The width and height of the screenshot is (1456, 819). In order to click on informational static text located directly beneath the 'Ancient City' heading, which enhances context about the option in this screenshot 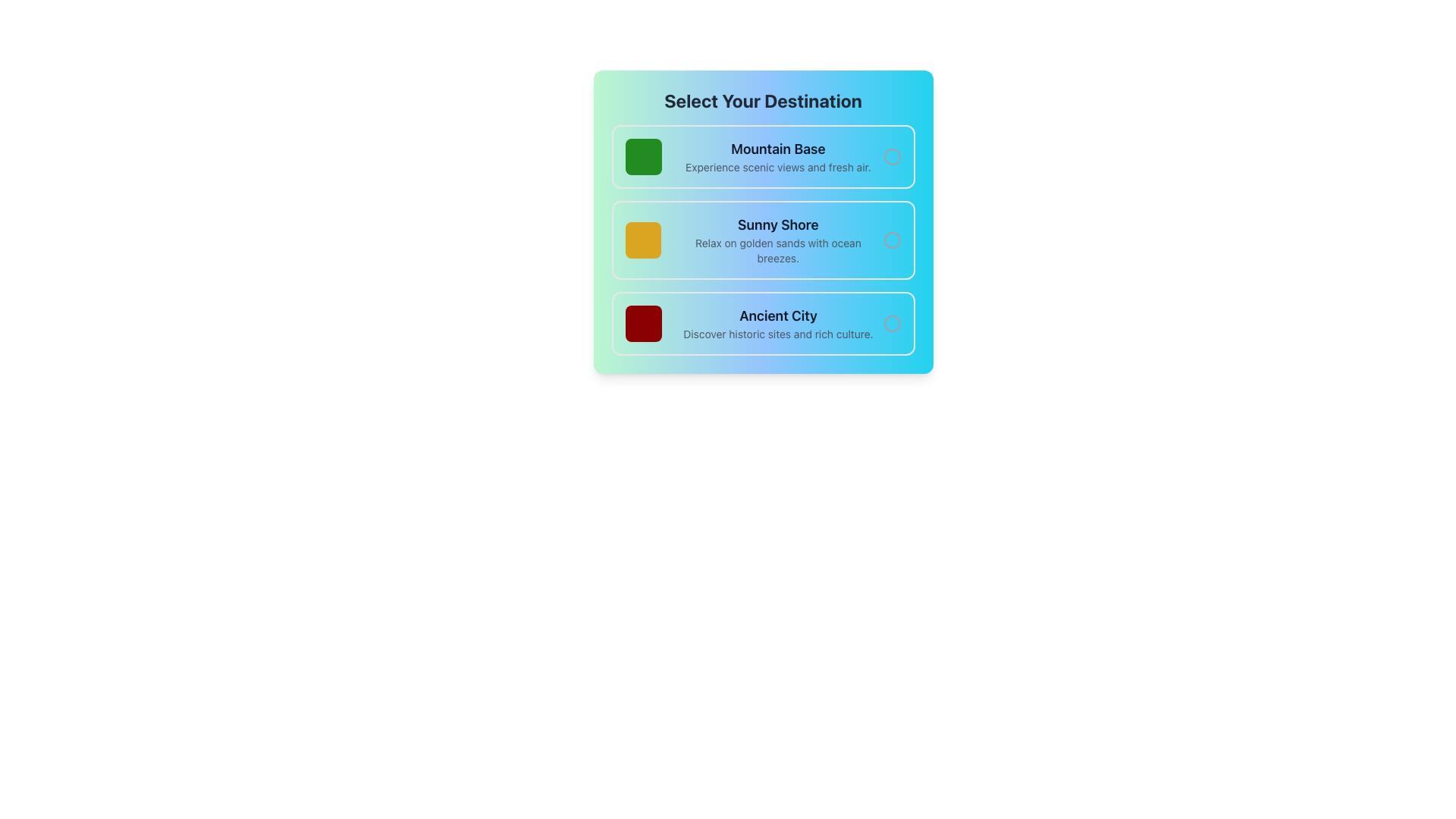, I will do `click(778, 333)`.